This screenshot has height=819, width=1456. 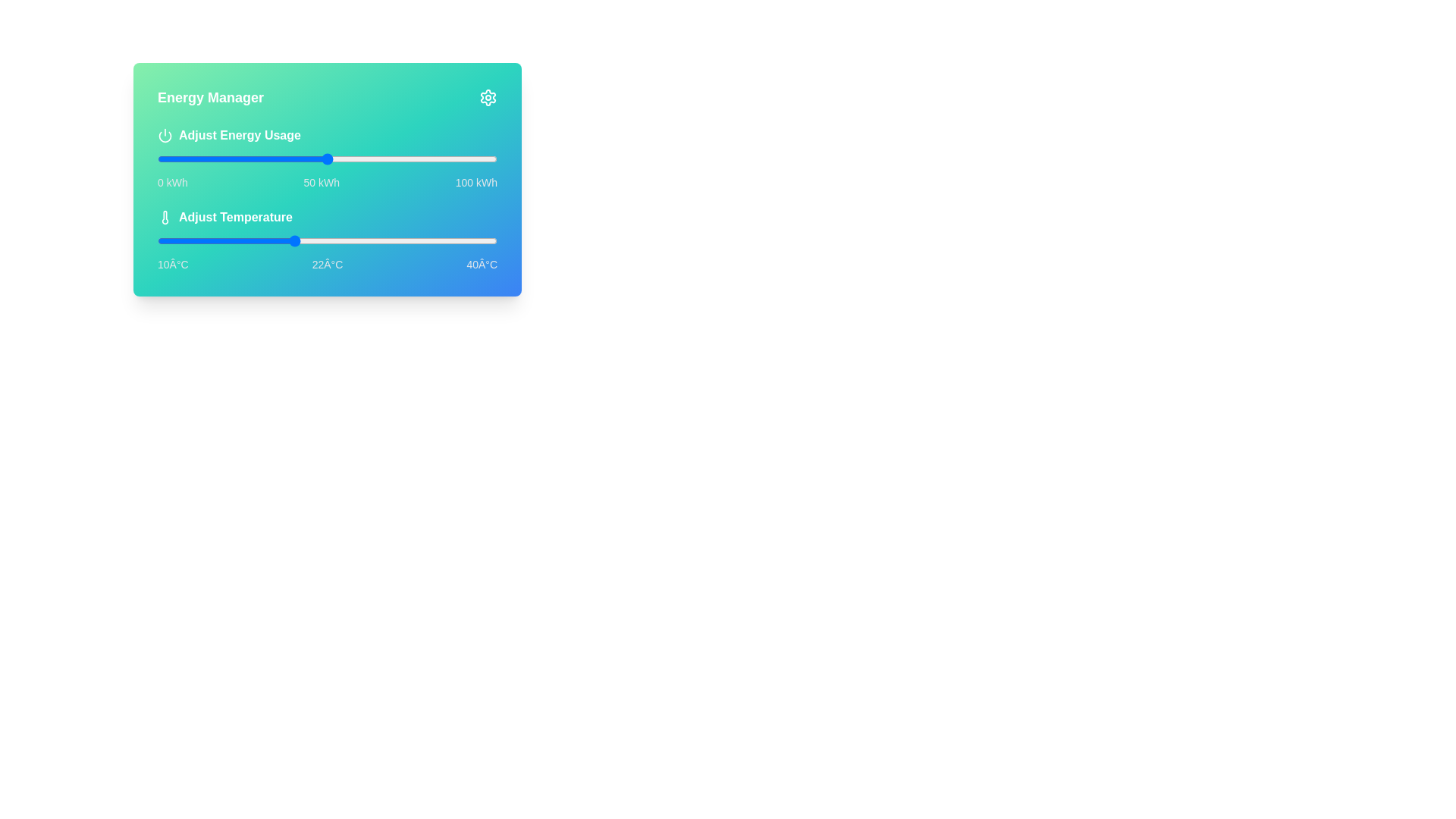 I want to click on the temperature to 14°C using the slider, so click(x=202, y=240).